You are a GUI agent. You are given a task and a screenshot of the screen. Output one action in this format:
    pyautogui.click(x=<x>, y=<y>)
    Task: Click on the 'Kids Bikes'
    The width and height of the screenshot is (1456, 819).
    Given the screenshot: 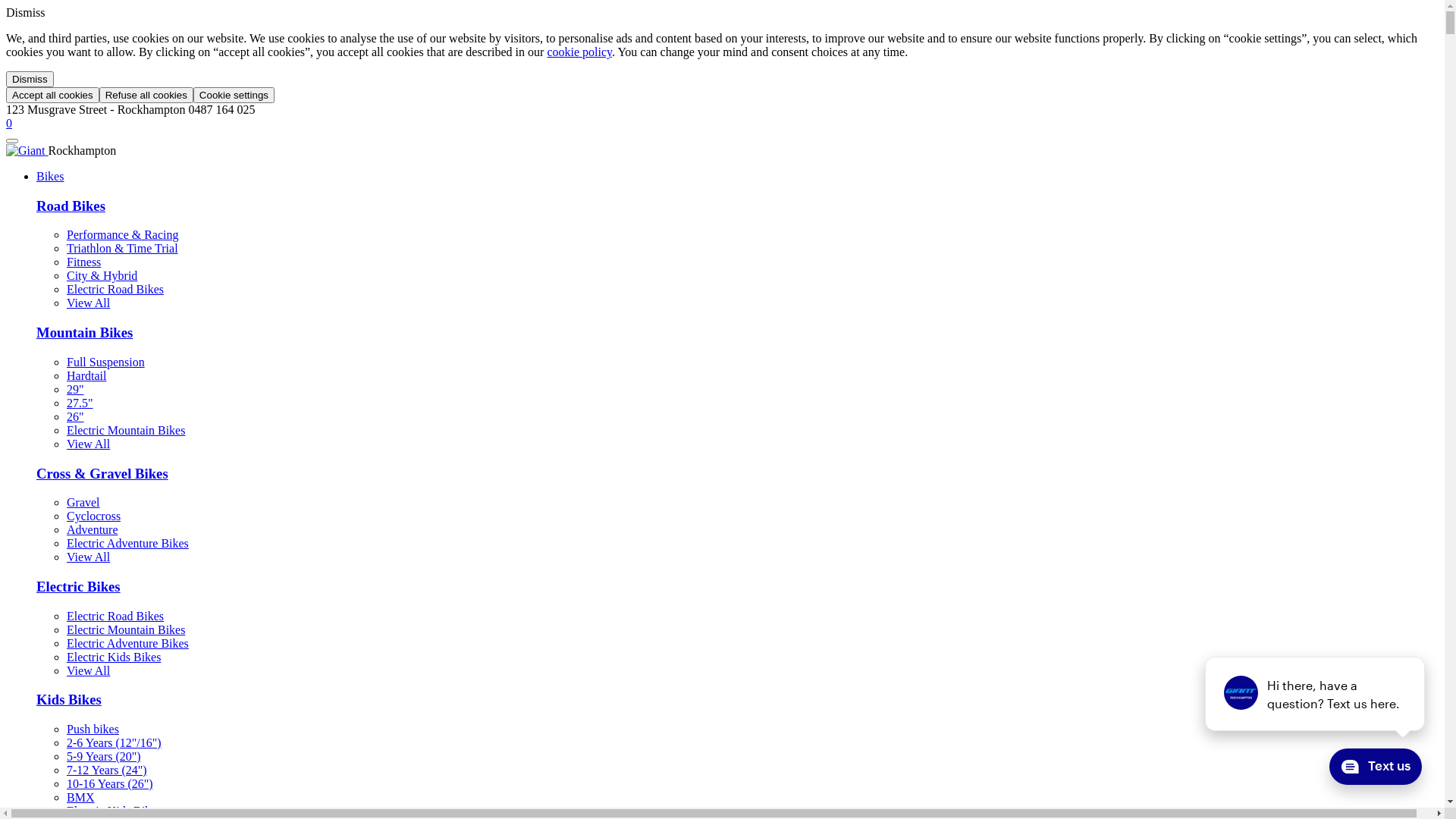 What is the action you would take?
    pyautogui.click(x=68, y=699)
    